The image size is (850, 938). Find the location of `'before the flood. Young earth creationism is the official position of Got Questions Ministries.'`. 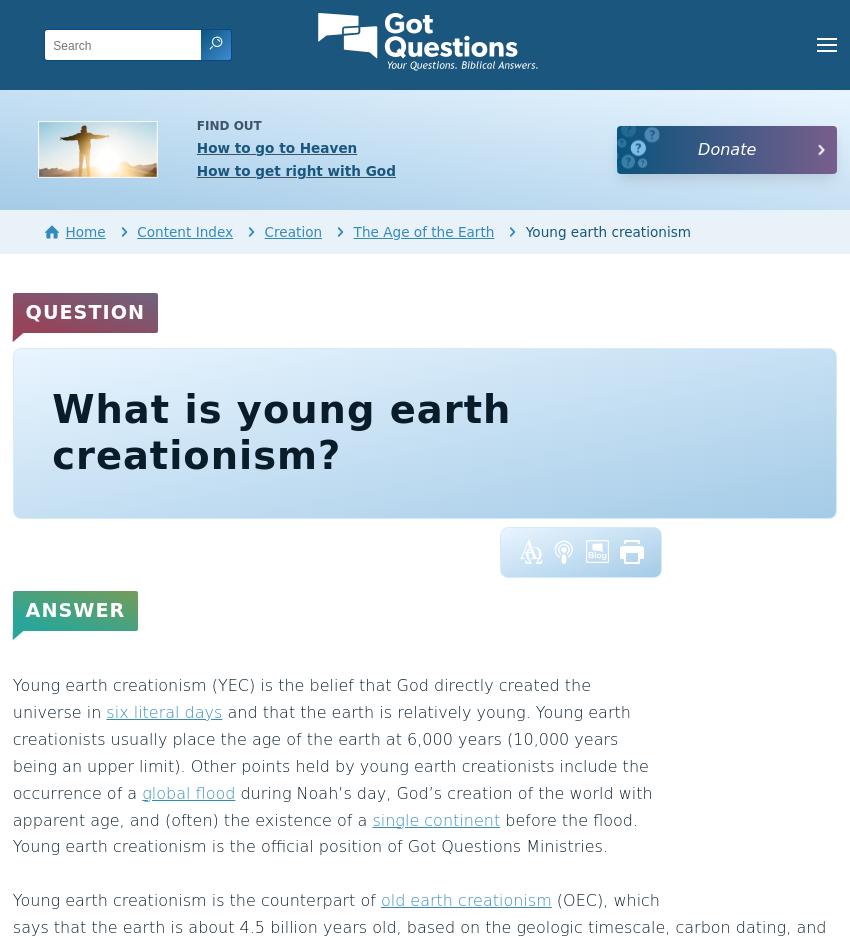

'before the flood. Young earth creationism is the official position of Got Questions Ministries.' is located at coordinates (325, 833).